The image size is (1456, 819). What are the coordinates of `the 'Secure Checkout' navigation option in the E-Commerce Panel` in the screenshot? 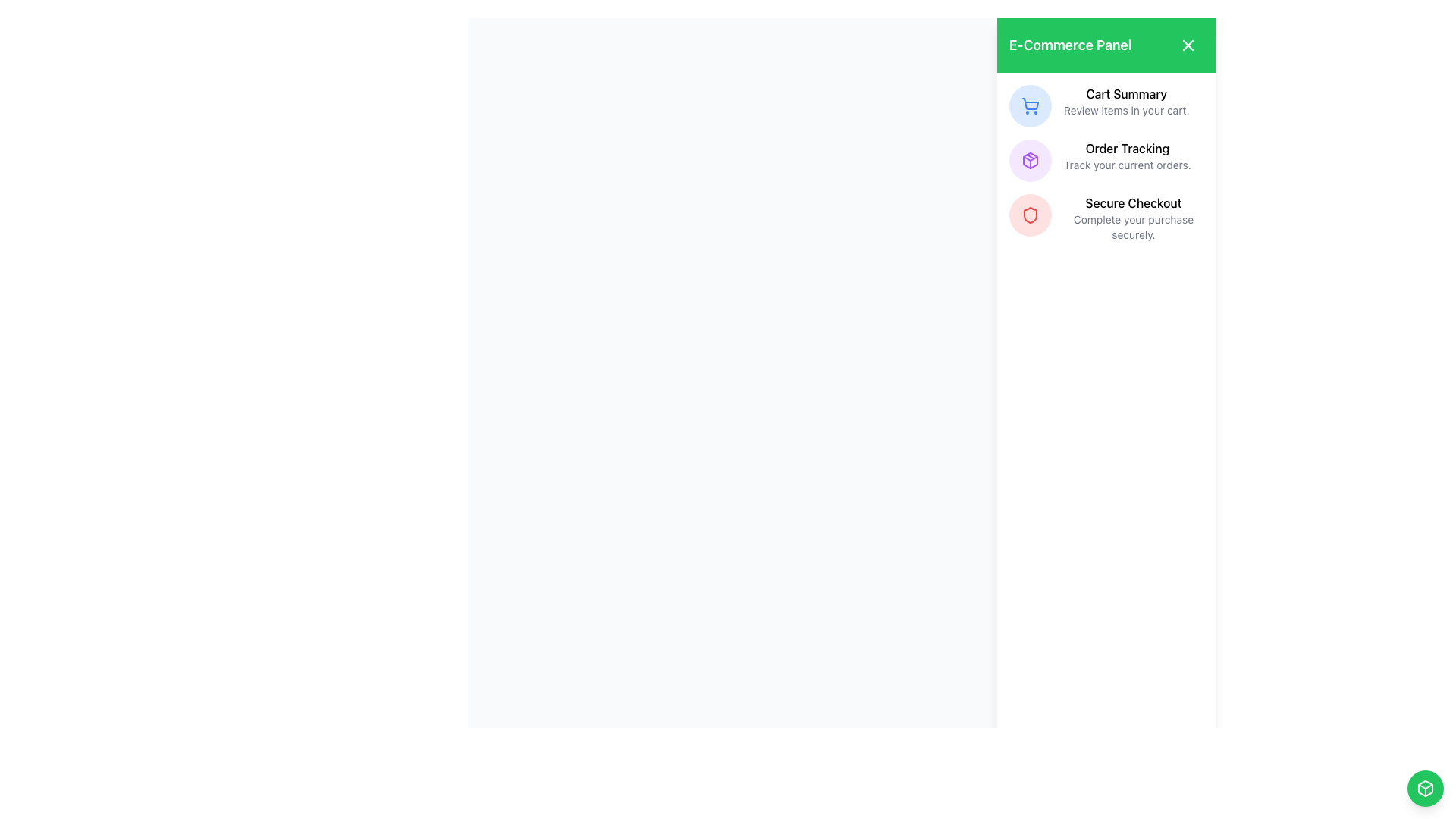 It's located at (1106, 218).